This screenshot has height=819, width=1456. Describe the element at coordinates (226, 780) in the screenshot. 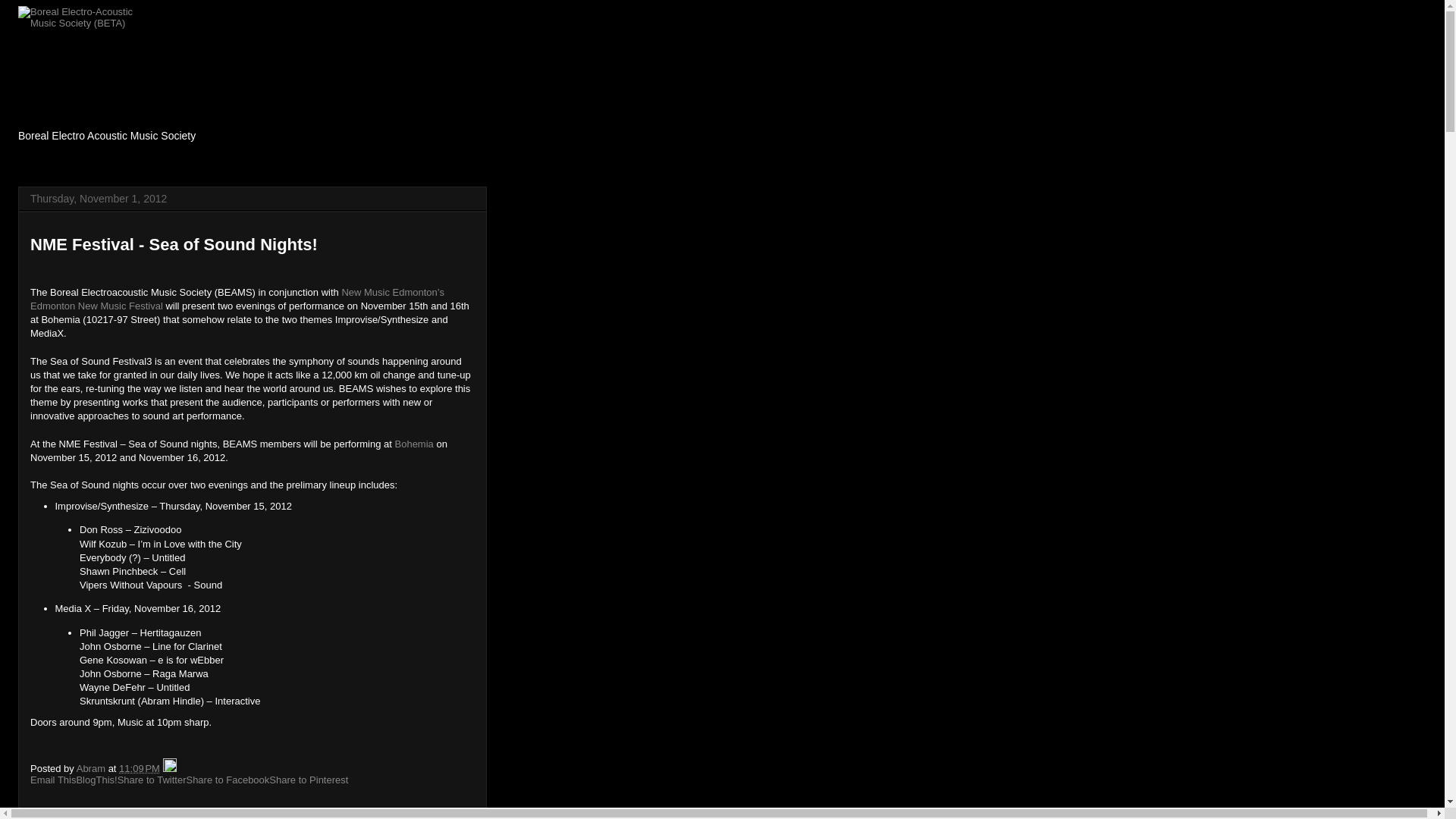

I see `'Share to Facebook'` at that location.